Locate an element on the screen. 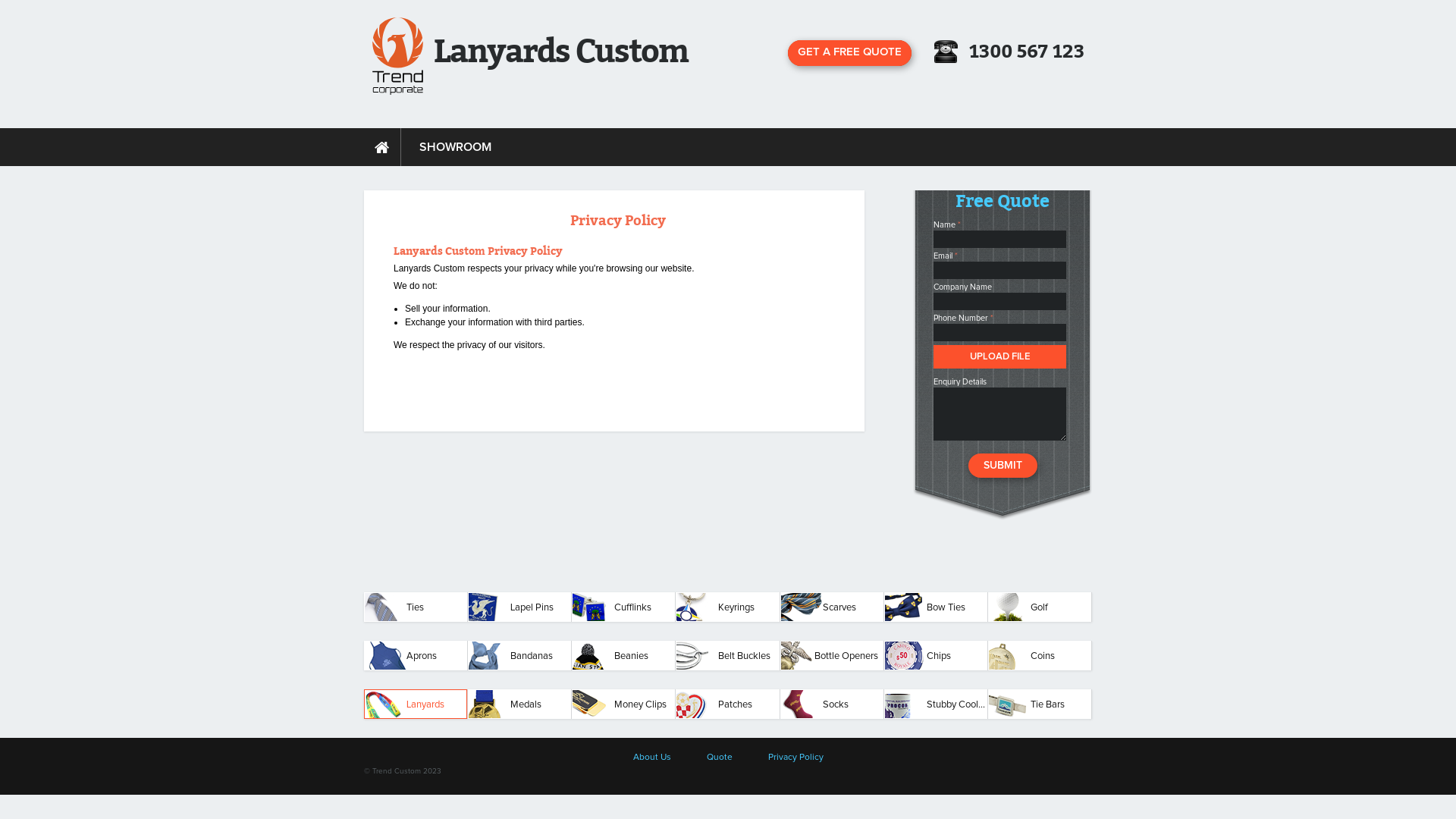 Image resolution: width=1456 pixels, height=819 pixels. 'GET A FREE QUOTE' is located at coordinates (849, 52).